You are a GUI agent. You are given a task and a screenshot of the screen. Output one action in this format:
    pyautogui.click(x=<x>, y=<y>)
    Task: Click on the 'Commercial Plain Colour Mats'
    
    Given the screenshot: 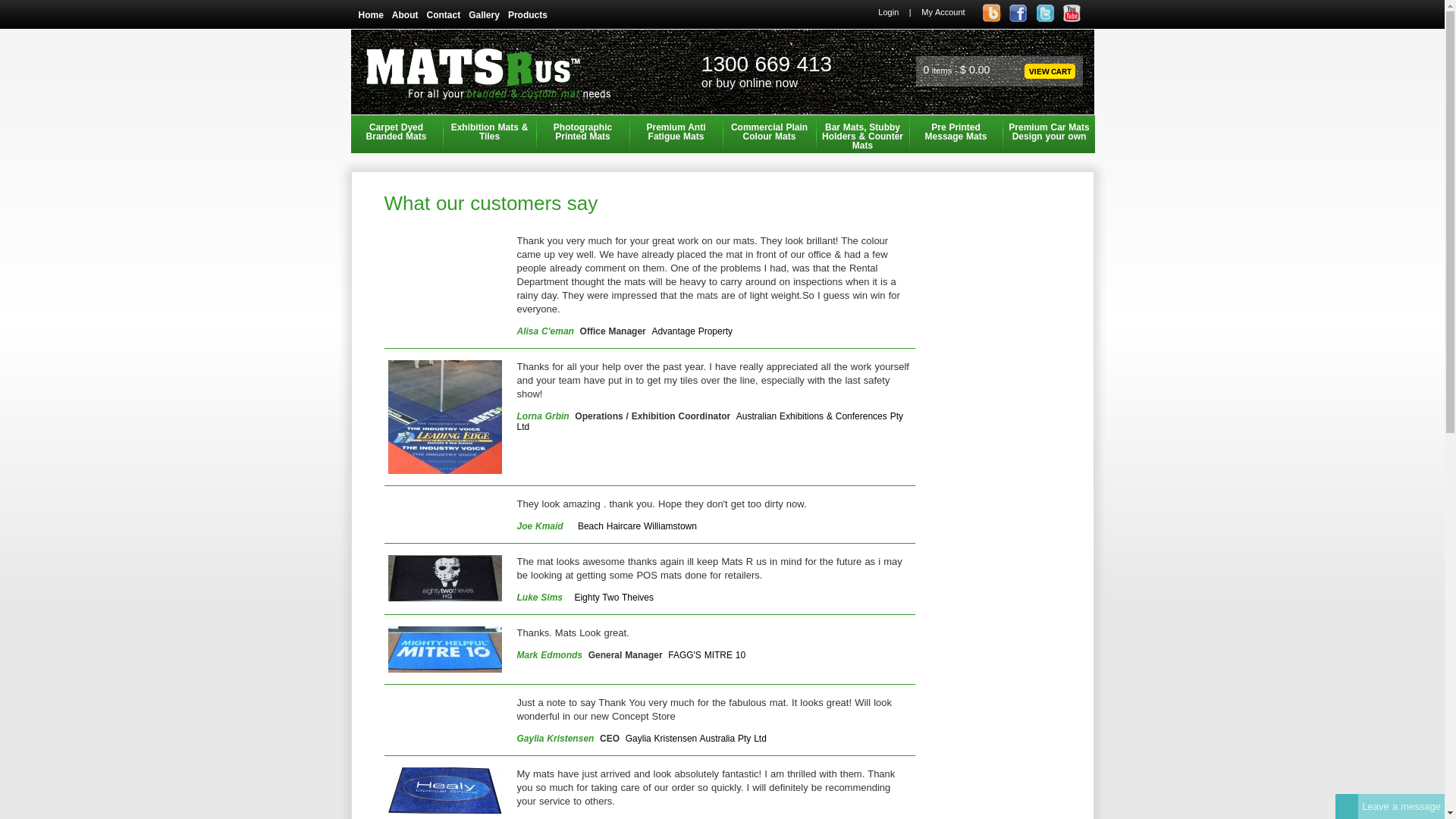 What is the action you would take?
    pyautogui.click(x=723, y=133)
    